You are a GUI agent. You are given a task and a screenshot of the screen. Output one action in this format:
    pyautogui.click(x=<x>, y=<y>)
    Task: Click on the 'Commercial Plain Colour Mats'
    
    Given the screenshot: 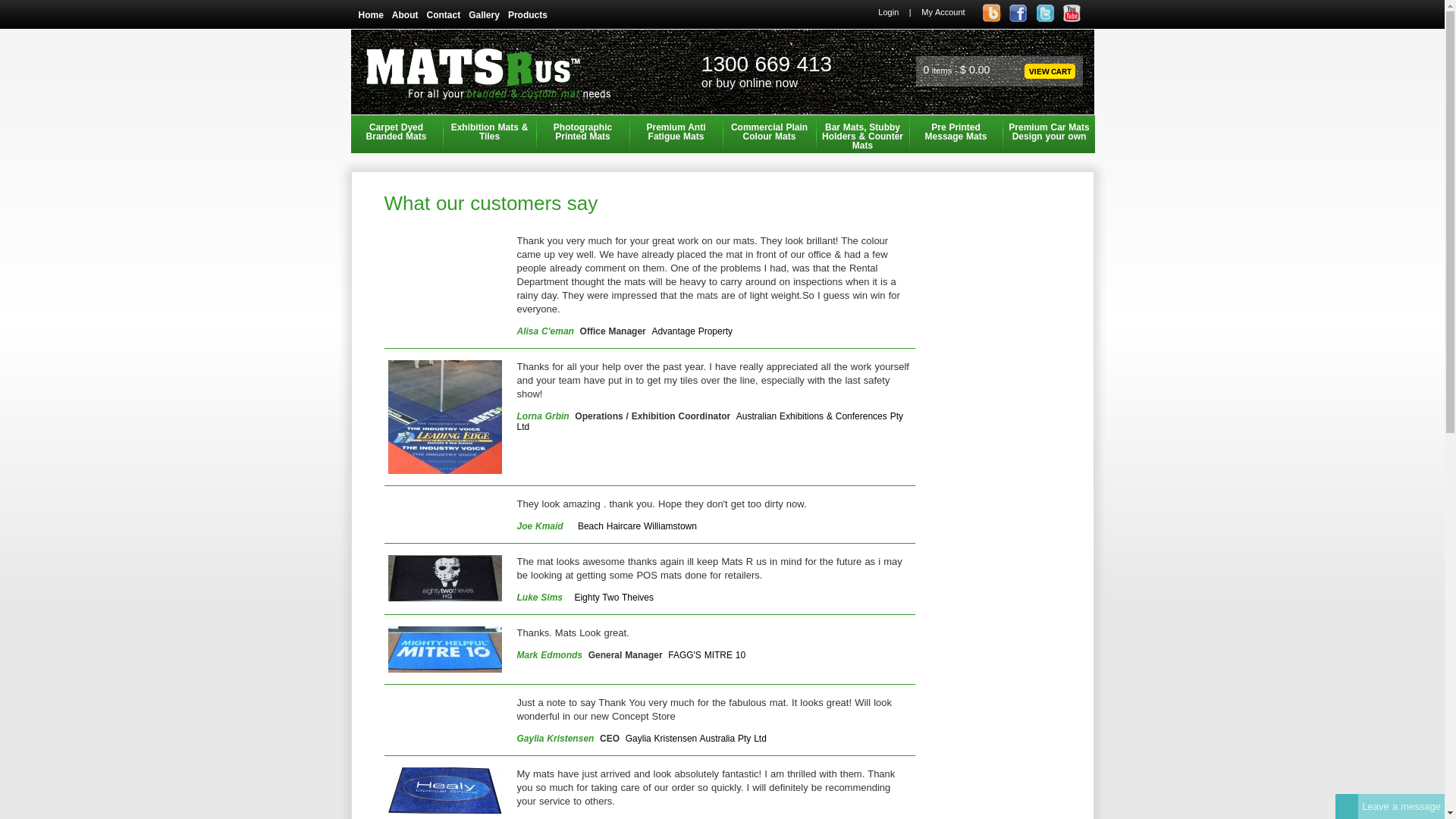 What is the action you would take?
    pyautogui.click(x=723, y=133)
    